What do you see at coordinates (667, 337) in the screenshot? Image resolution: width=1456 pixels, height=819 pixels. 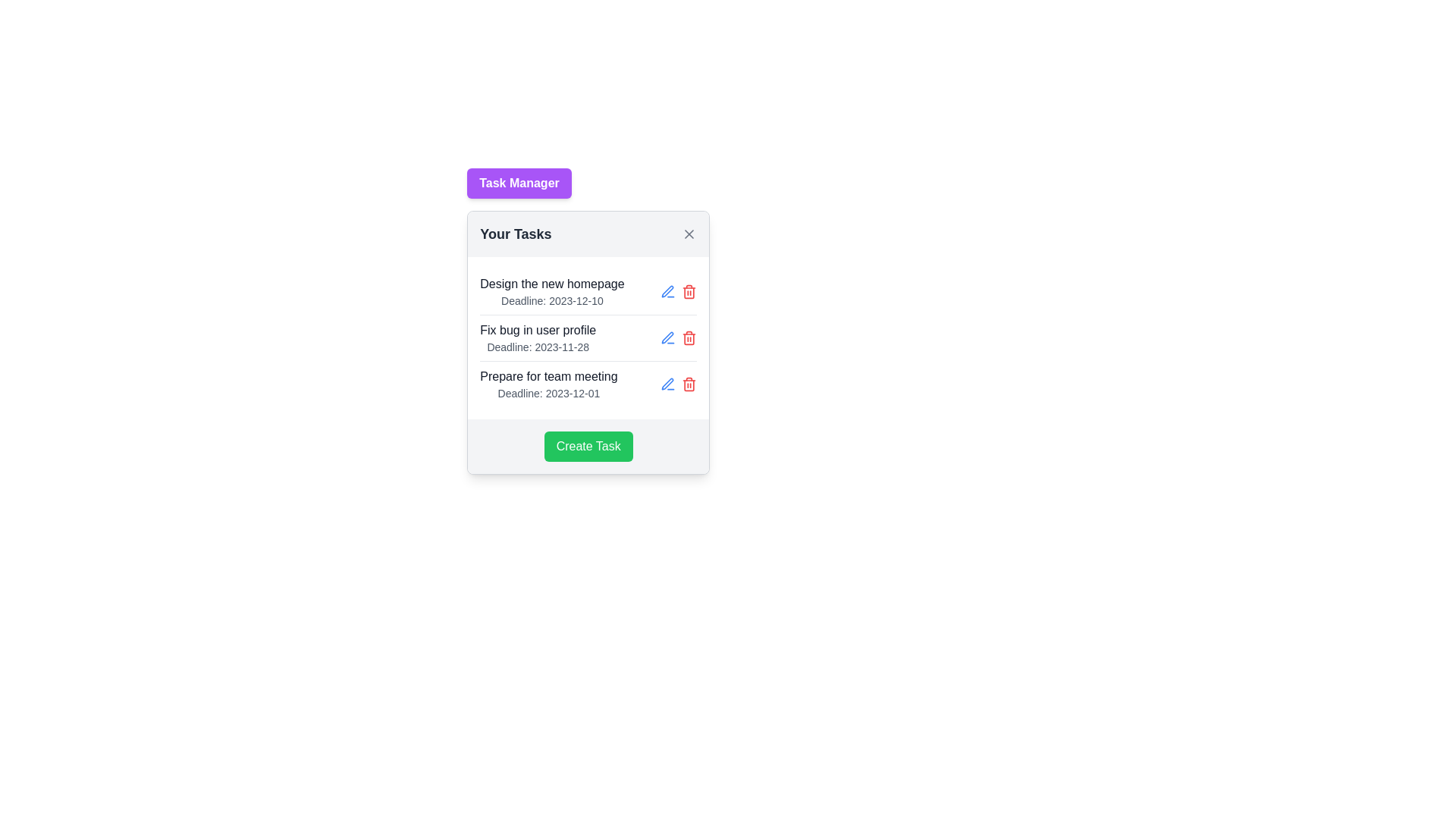 I see `the blue edit icon located on the right side of the second task entry titled 'Fix bug in user profile' to observe visual changes` at bounding box center [667, 337].